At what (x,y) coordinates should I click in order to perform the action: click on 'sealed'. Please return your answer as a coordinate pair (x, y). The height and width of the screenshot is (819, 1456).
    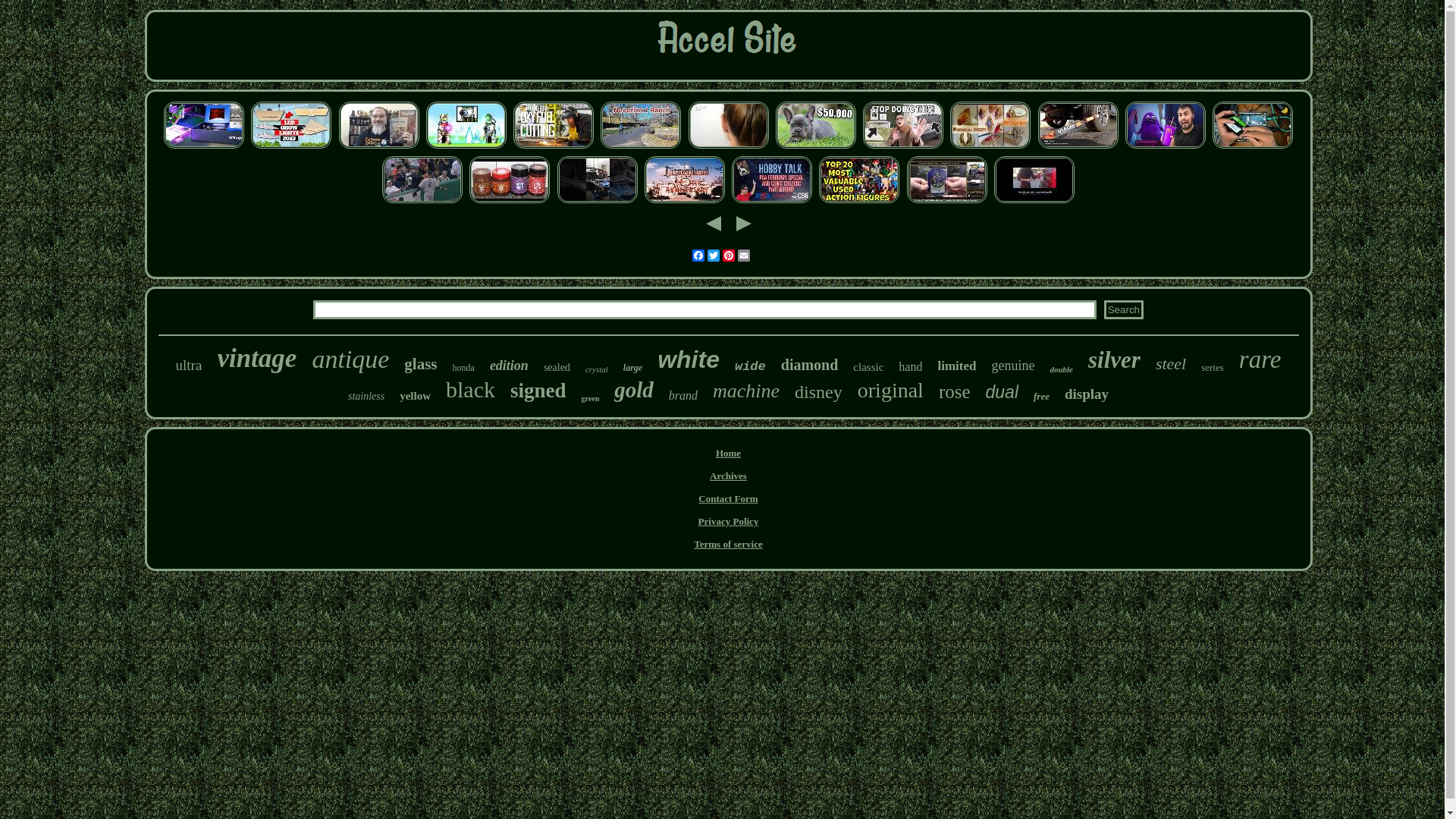
    Looking at the image, I should click on (556, 368).